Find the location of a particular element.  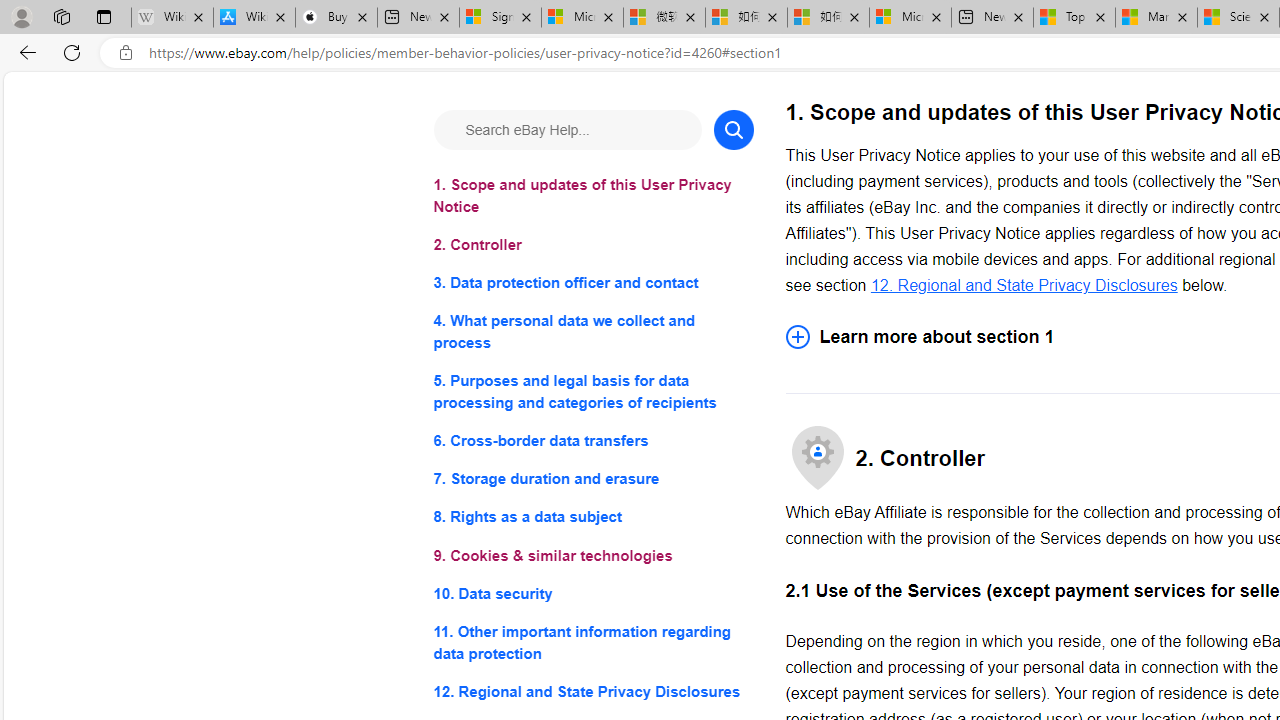

'1. Scope and updates of this User Privacy Notice' is located at coordinates (592, 196).